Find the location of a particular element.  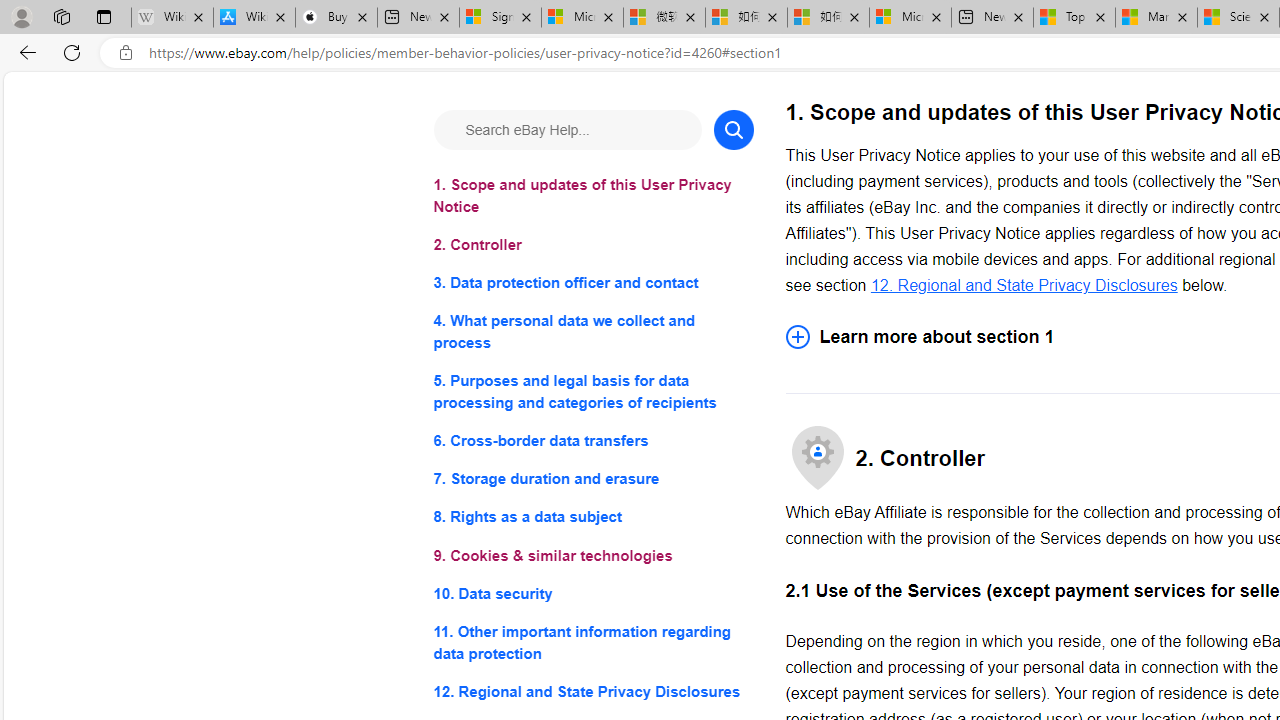

'1. Scope and updates of this User Privacy Notice' is located at coordinates (592, 196).